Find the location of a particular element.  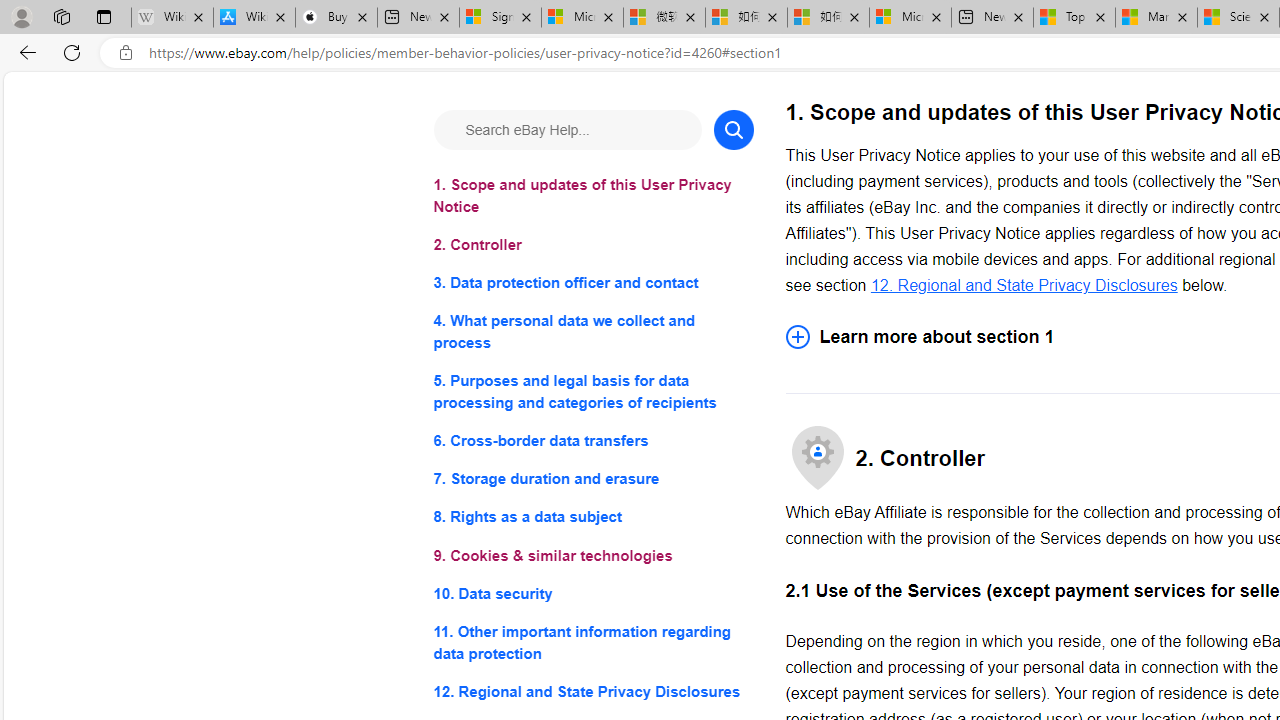

'1. Scope and updates of this User Privacy Notice' is located at coordinates (592, 196).